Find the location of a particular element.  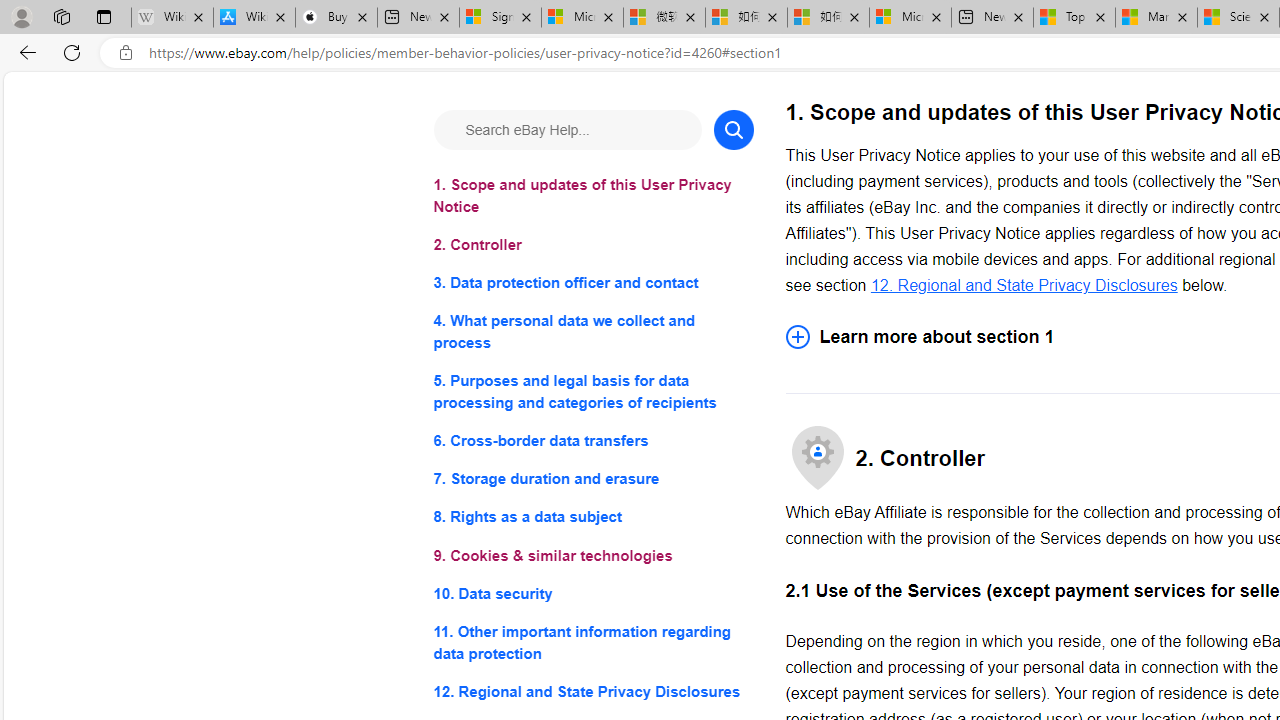

'1. Scope and updates of this User Privacy Notice' is located at coordinates (592, 196).